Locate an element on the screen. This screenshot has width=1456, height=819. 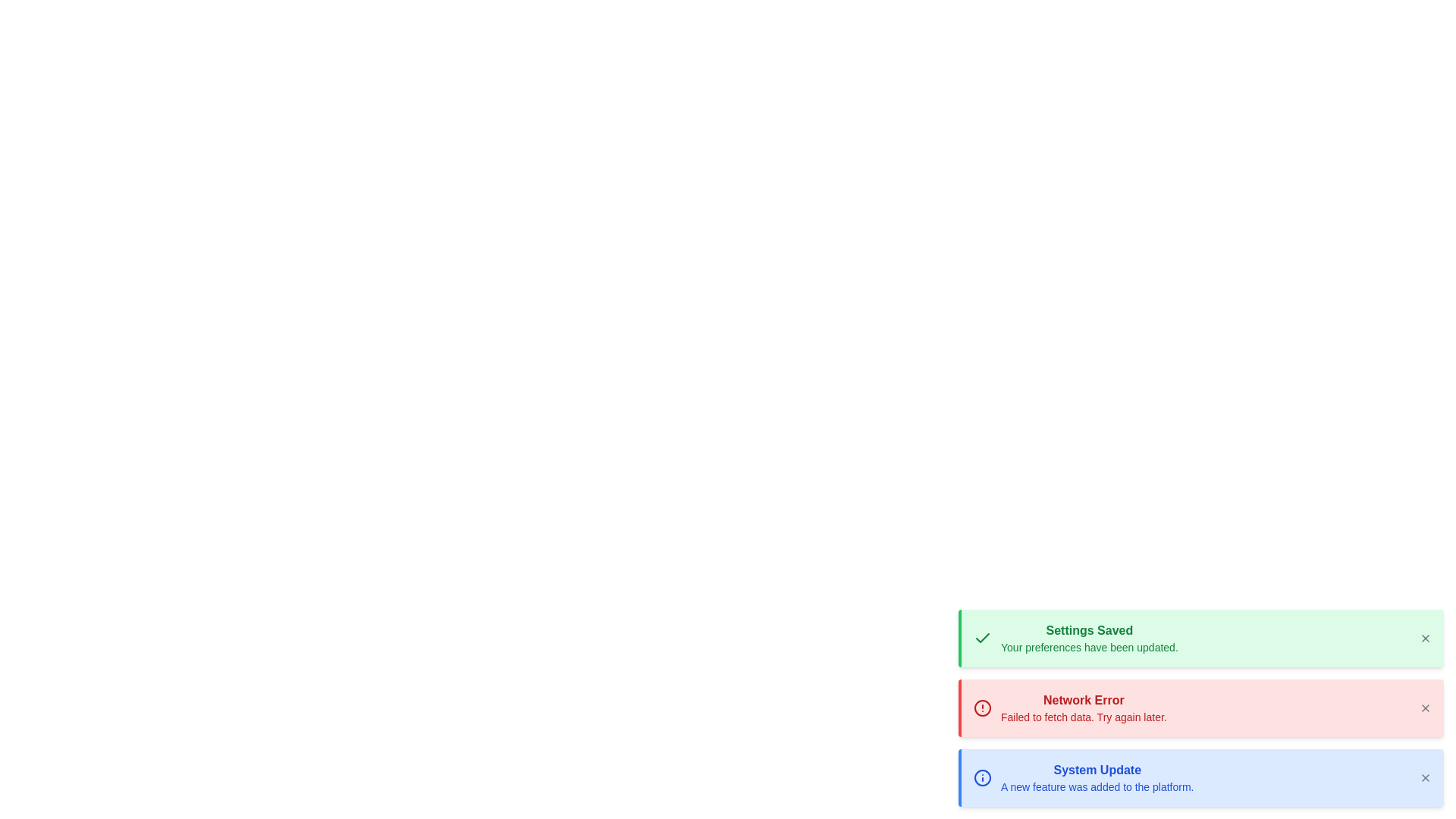
the 'Network Error' notification message, which displays a bold heading and a secondary message on a light red background, located in the lower-right area of the interface is located at coordinates (1083, 708).